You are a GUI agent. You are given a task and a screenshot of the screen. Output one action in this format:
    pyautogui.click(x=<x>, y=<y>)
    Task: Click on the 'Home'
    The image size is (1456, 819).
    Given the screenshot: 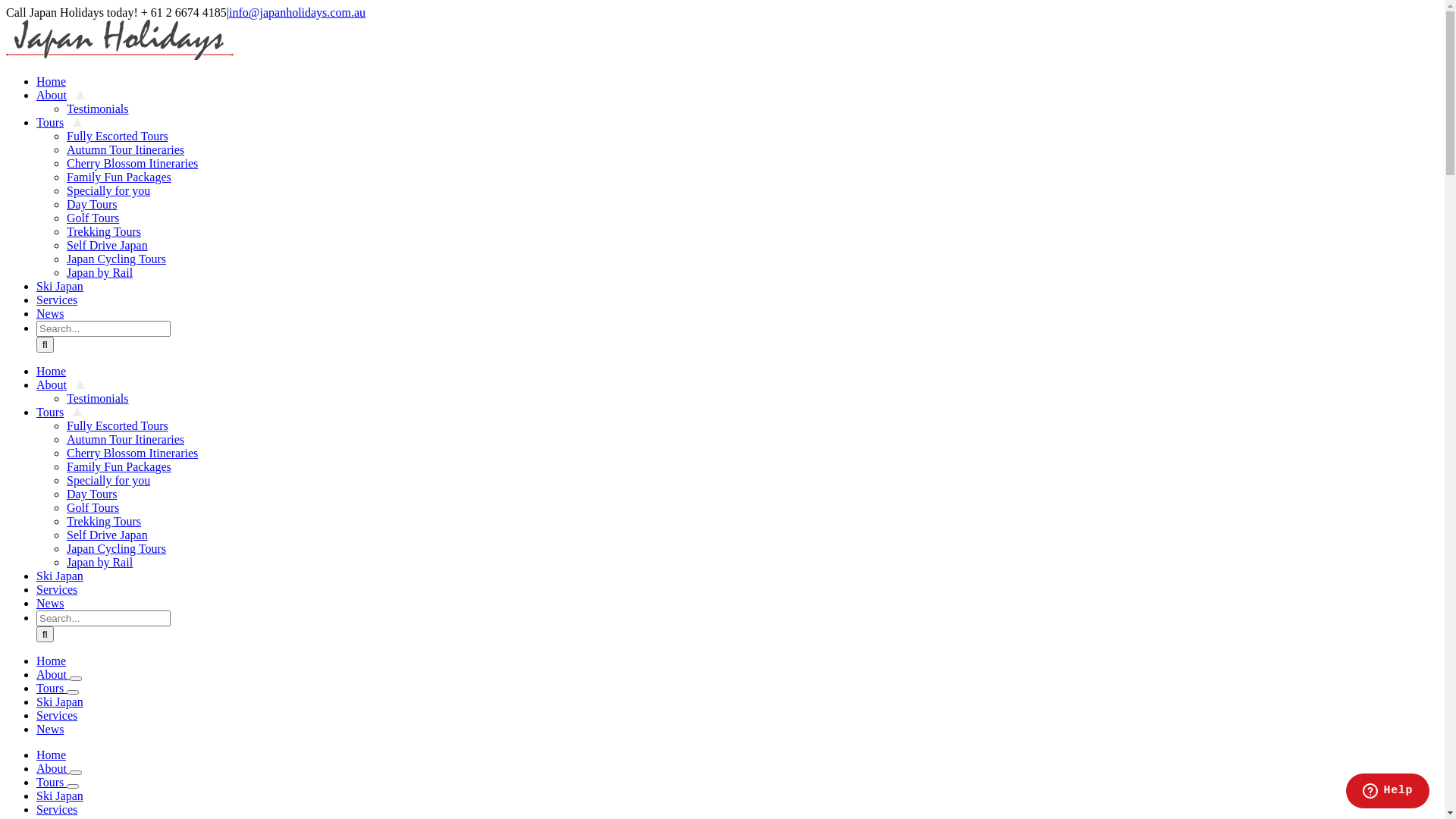 What is the action you would take?
    pyautogui.click(x=55, y=371)
    